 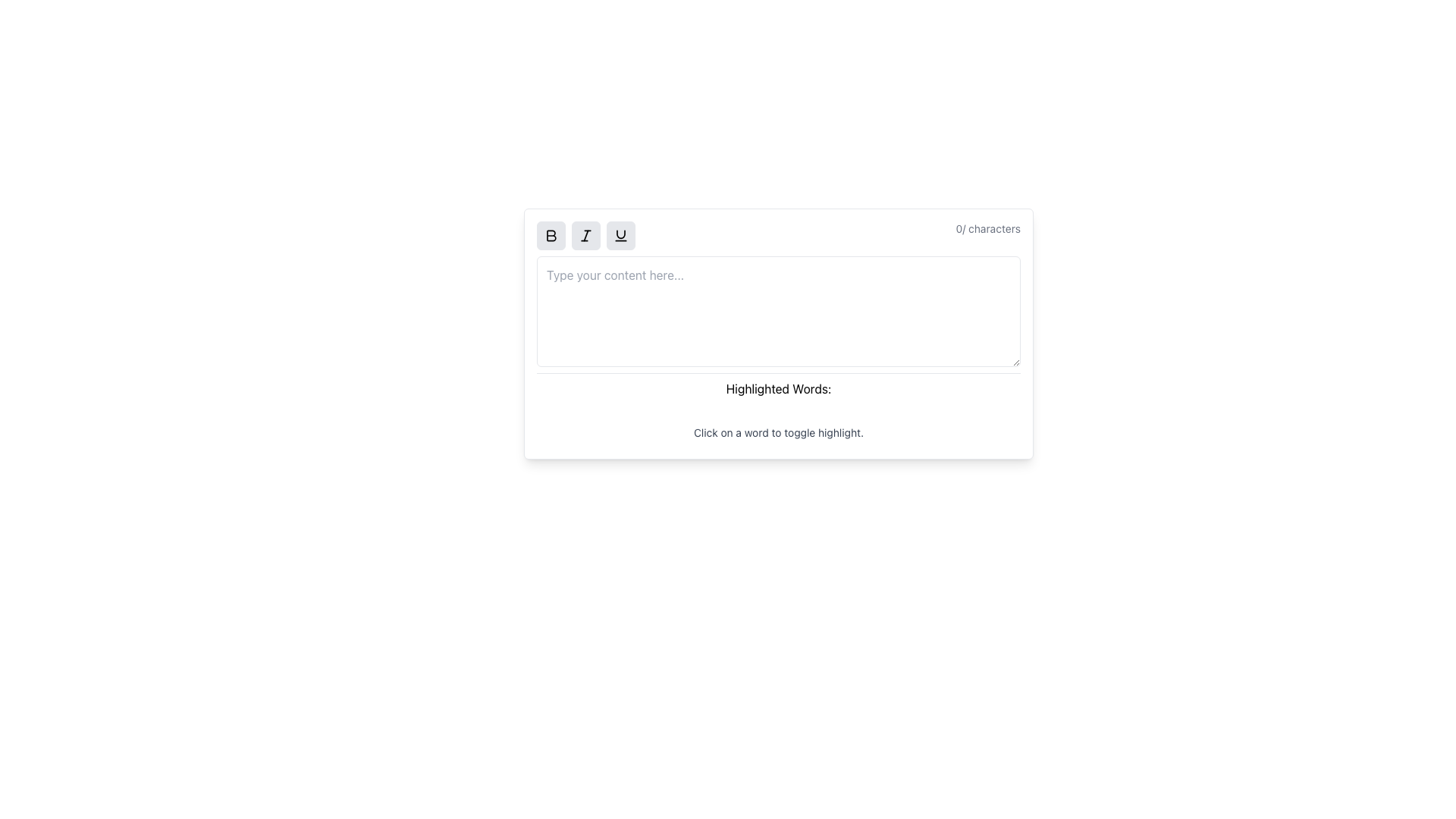 What do you see at coordinates (621, 236) in the screenshot?
I see `the underlining button located in the horizontal toolbar at the top of the content input area` at bounding box center [621, 236].